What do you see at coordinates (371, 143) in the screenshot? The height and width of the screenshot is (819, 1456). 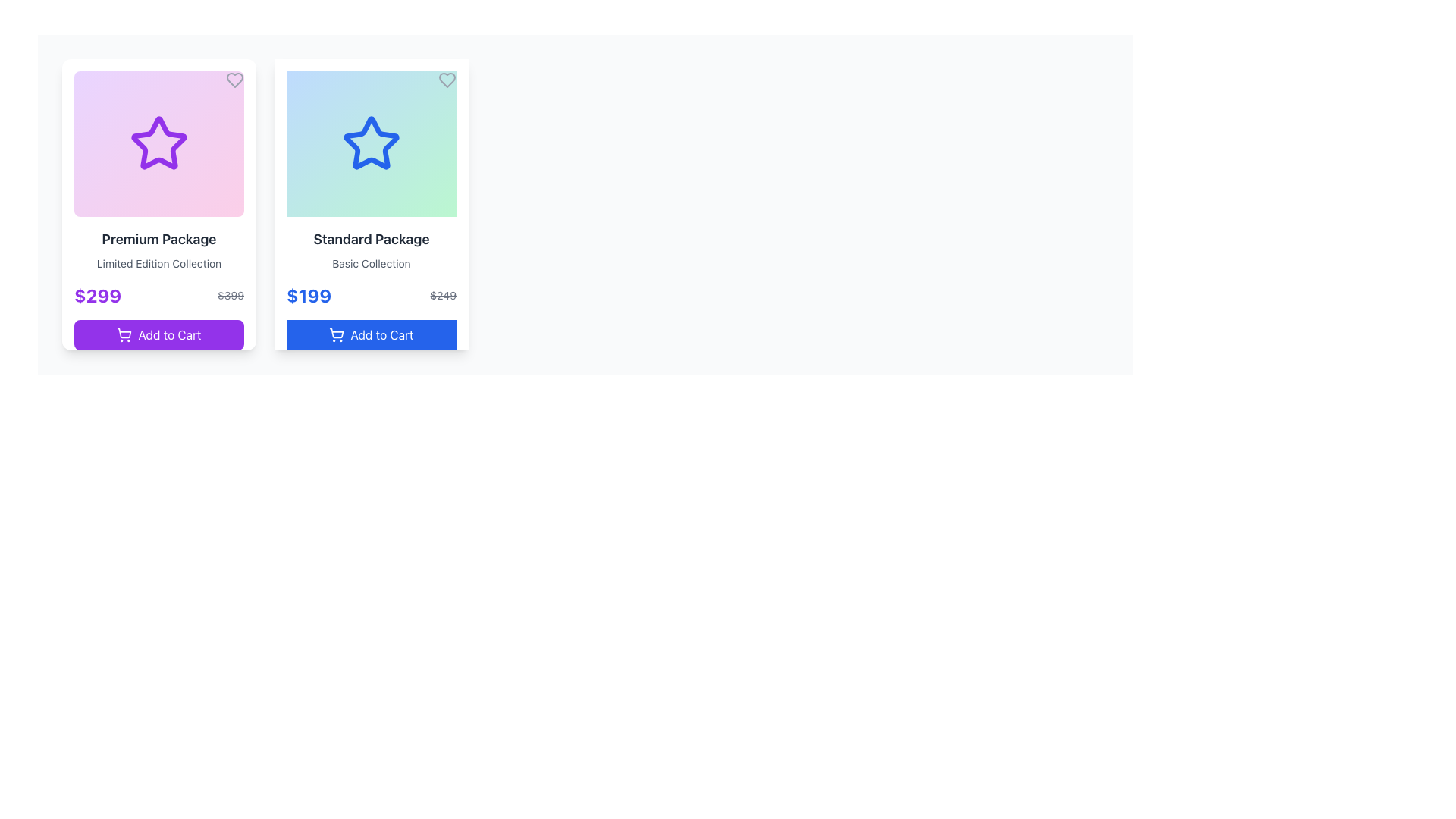 I see `the blue-colored star outline icon located at the top of the 'Standard Package' card` at bounding box center [371, 143].